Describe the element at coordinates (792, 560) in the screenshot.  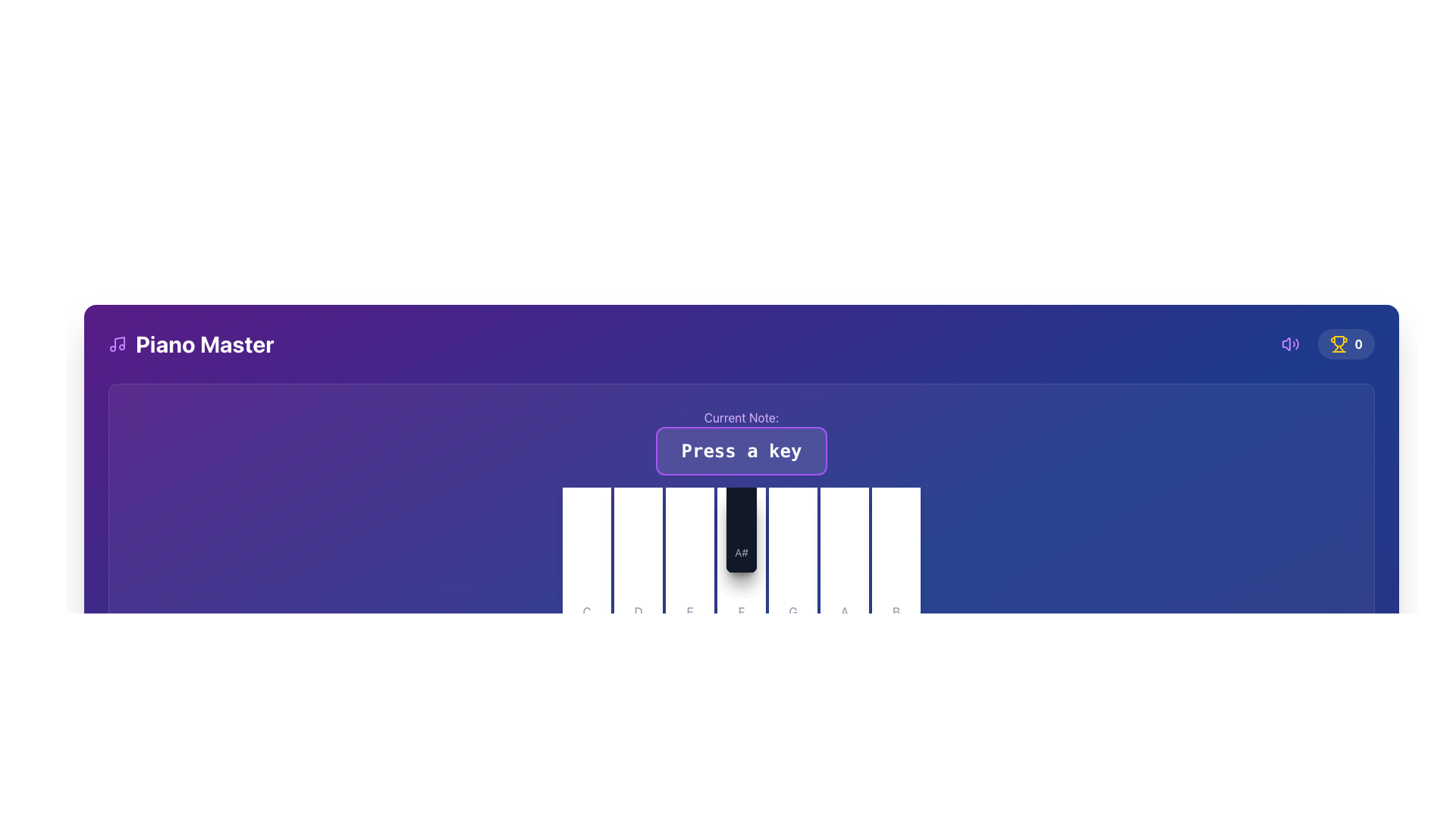
I see `the piano keyboard key representing the musical note 'G', which is the ninth key from the left, visually described as a vertical white rectangular key with a gray letter 'G' at the bottom` at that location.